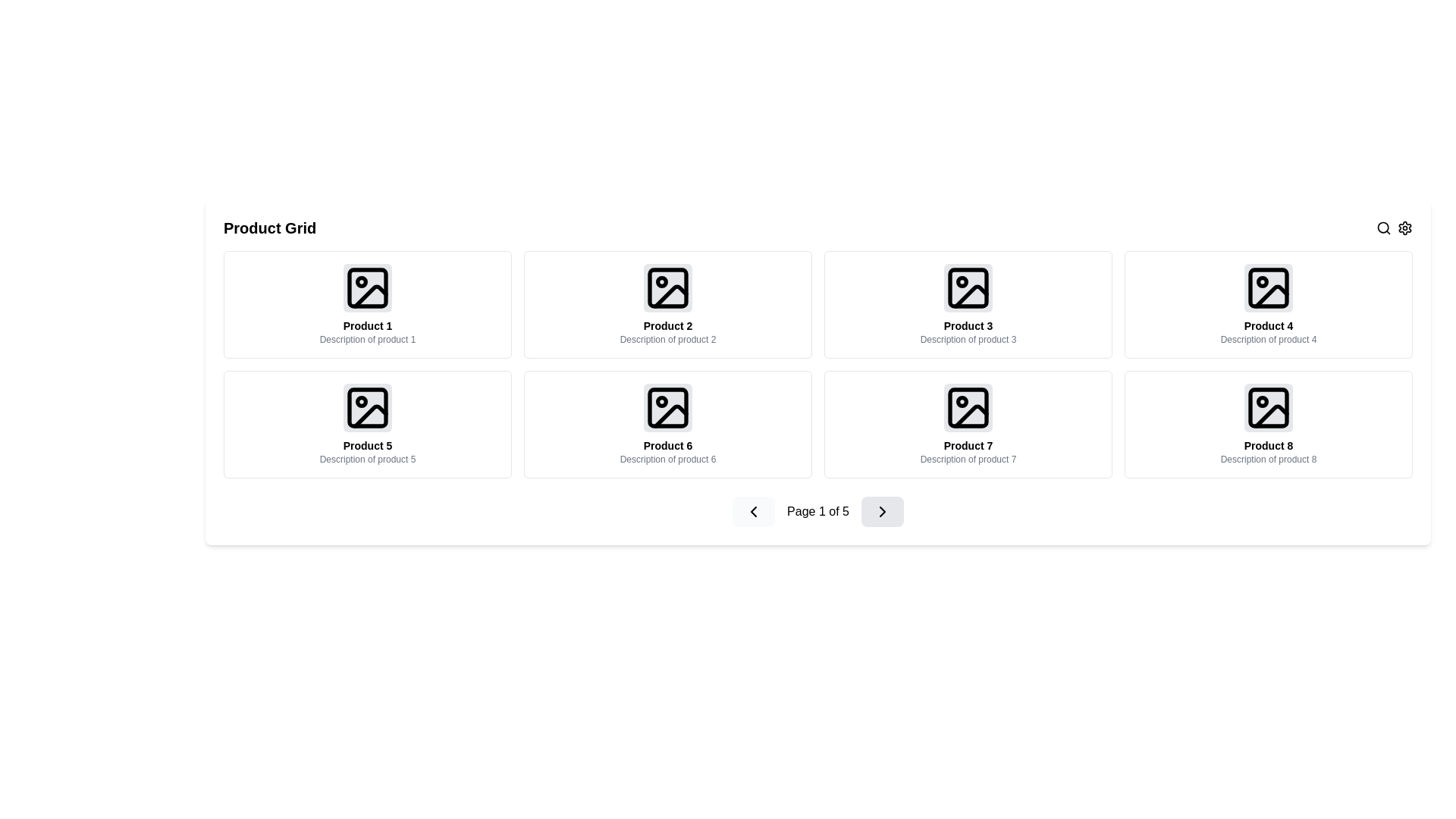 The image size is (1456, 819). Describe the element at coordinates (1269, 458) in the screenshot. I see `the text label providing a brief description for 'Product 8', located directly below the product title` at that location.